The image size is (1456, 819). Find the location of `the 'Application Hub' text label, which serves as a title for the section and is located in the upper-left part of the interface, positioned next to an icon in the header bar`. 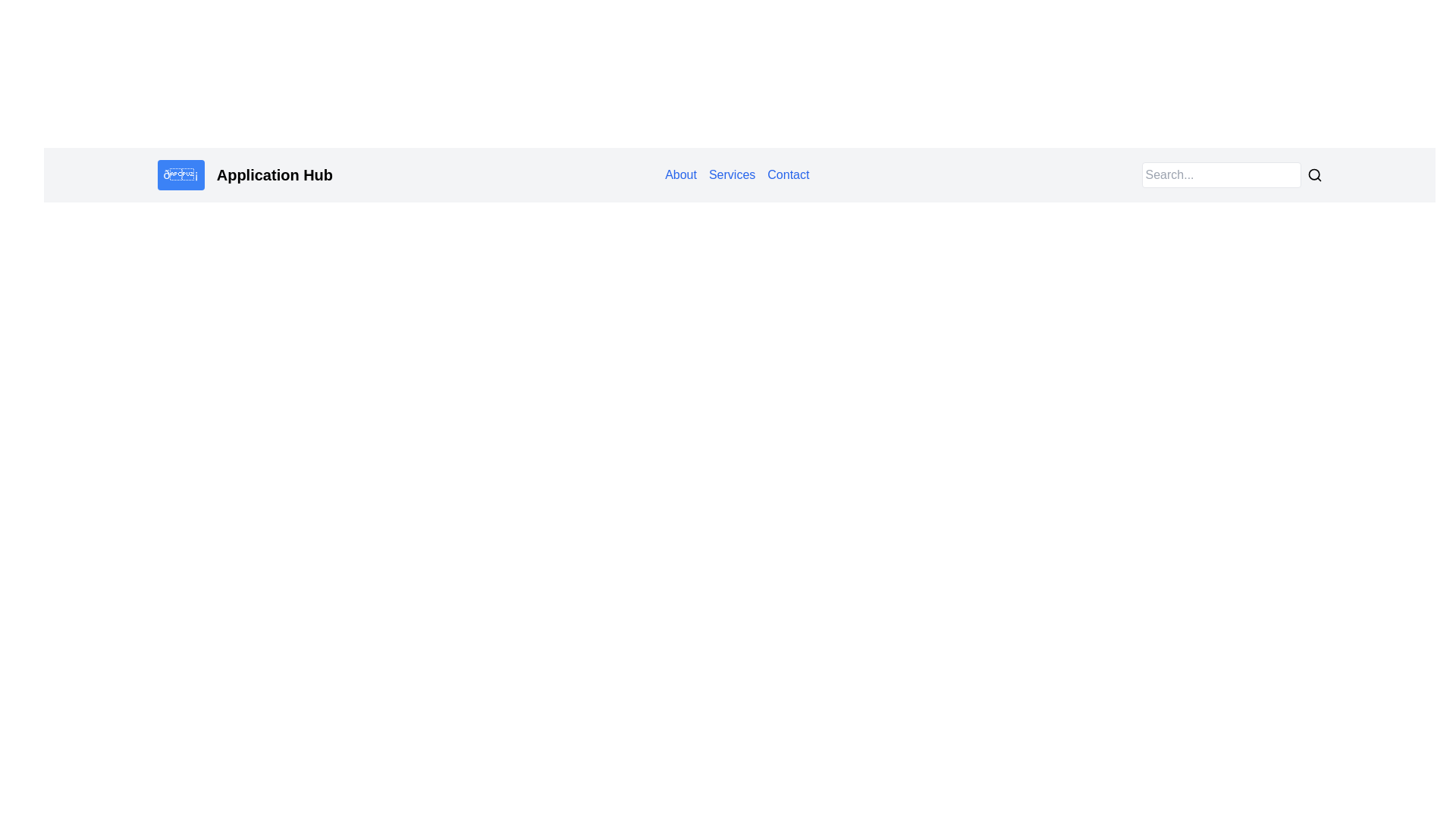

the 'Application Hub' text label, which serves as a title for the section and is located in the upper-left part of the interface, positioned next to an icon in the header bar is located at coordinates (275, 174).